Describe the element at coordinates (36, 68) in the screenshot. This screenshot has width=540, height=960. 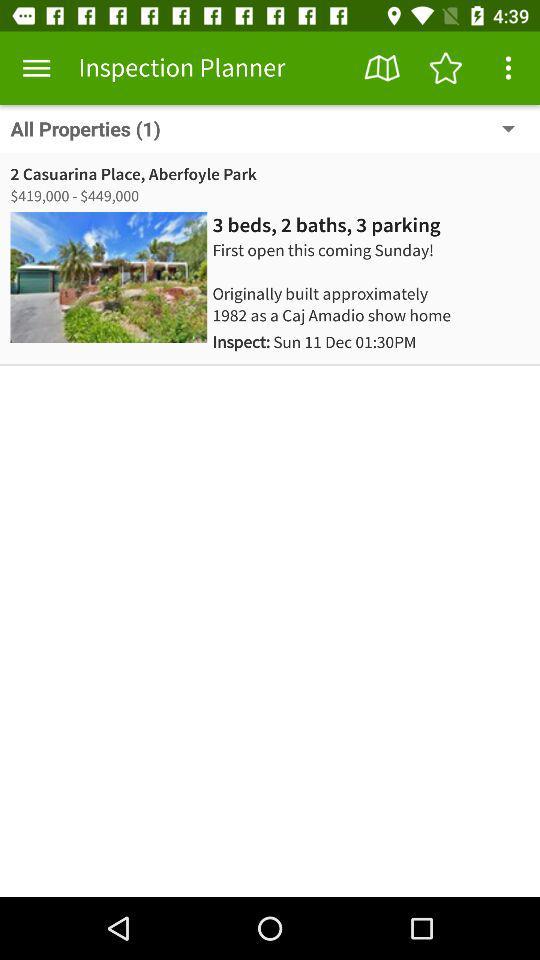
I see `app above the all properties (1) item` at that location.